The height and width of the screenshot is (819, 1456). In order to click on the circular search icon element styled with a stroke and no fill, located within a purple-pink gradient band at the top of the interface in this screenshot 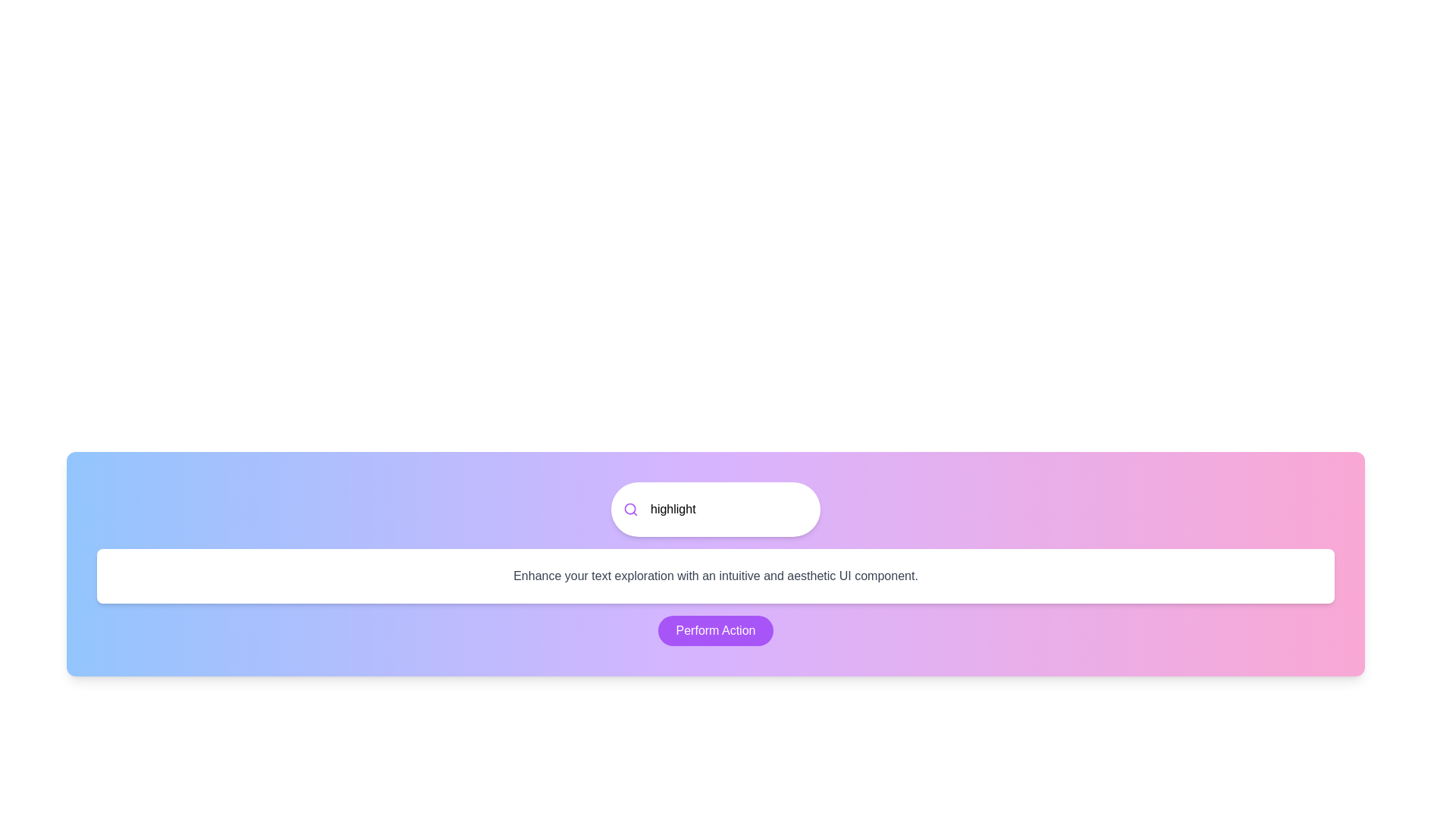, I will do `click(630, 509)`.